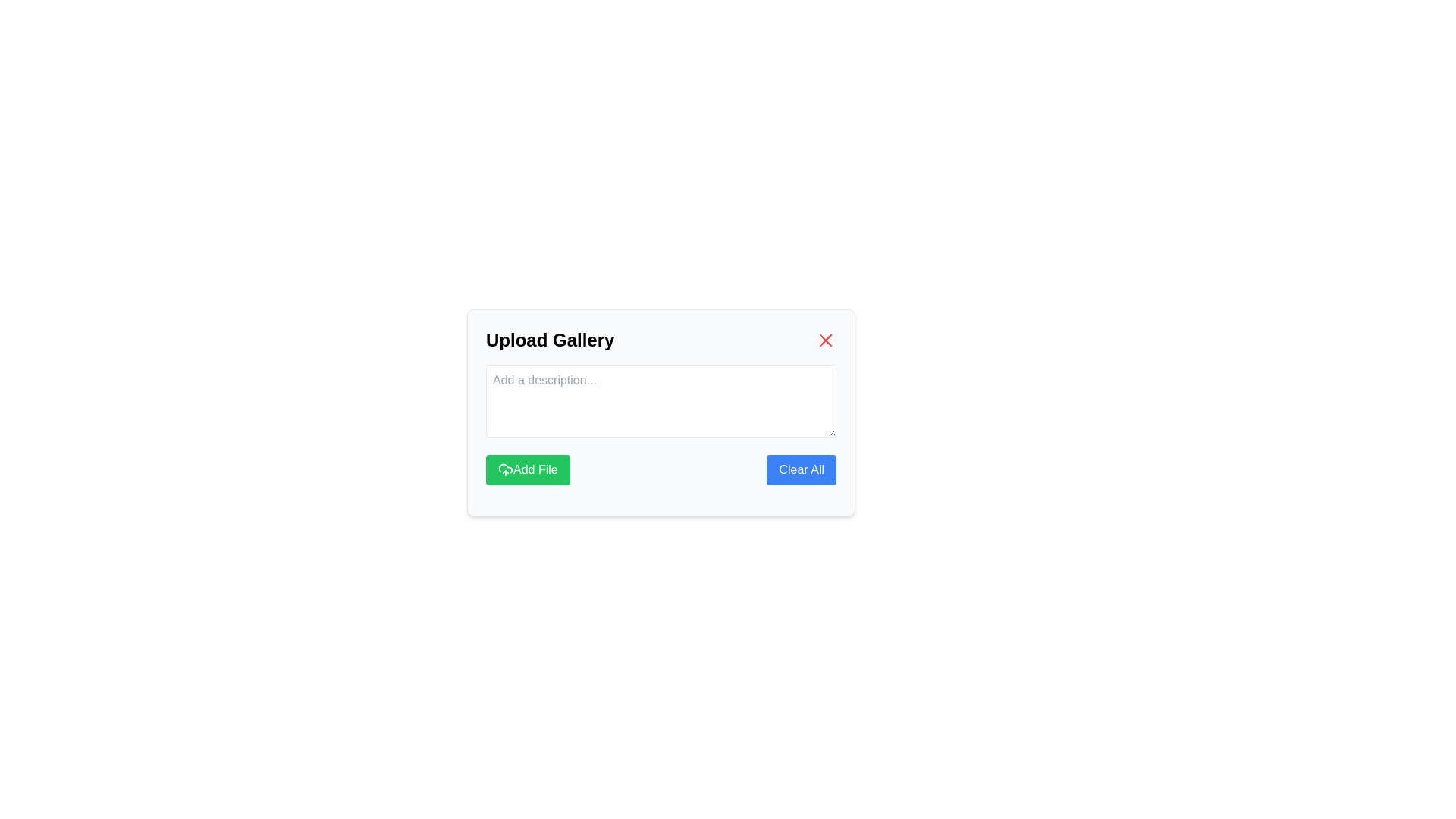 The height and width of the screenshot is (819, 1456). I want to click on the 'Add File' button located at the bottom left section of the central dialog interface, so click(528, 469).